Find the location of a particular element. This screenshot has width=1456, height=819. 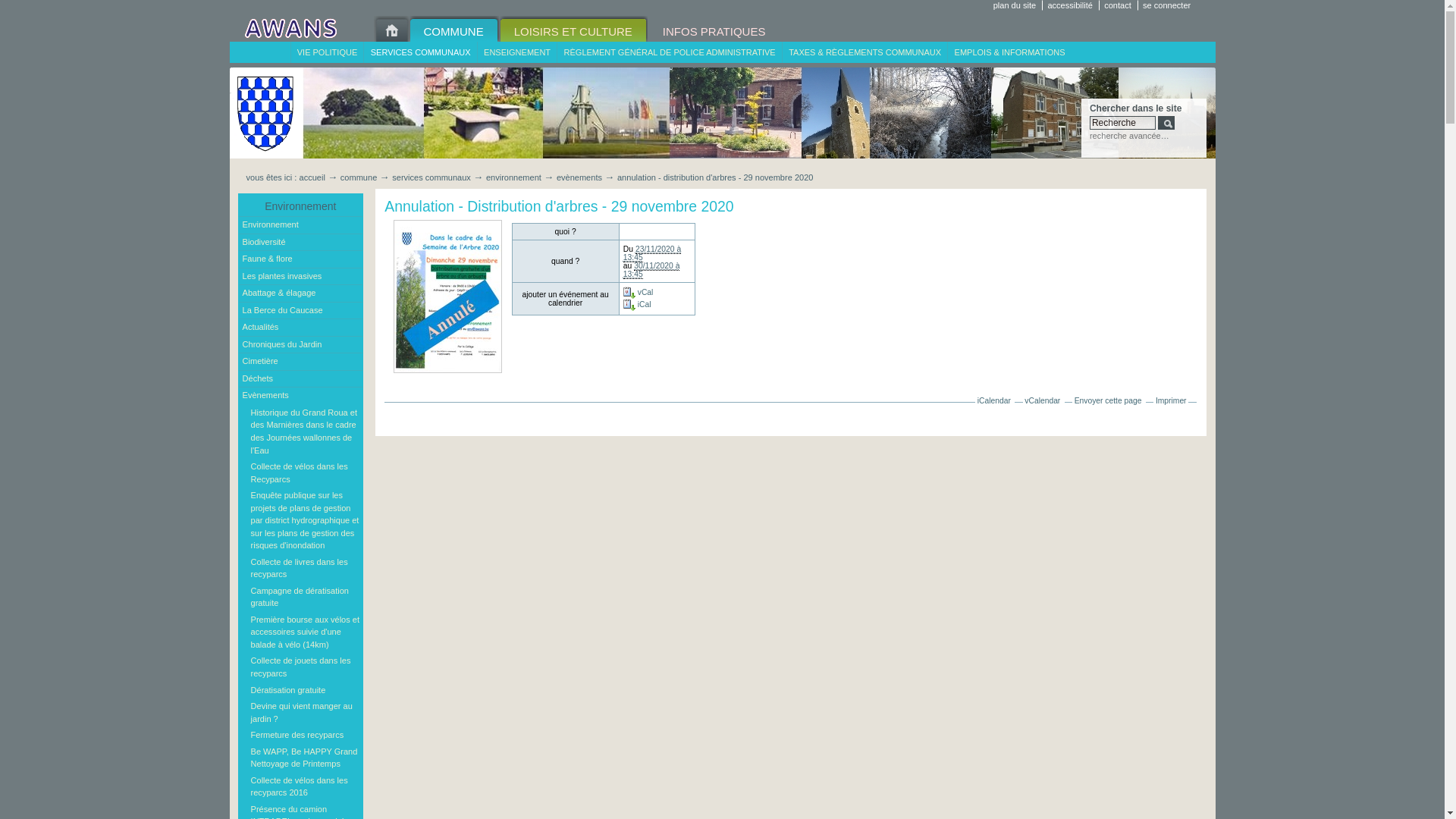

'Imprimer' is located at coordinates (1170, 400).